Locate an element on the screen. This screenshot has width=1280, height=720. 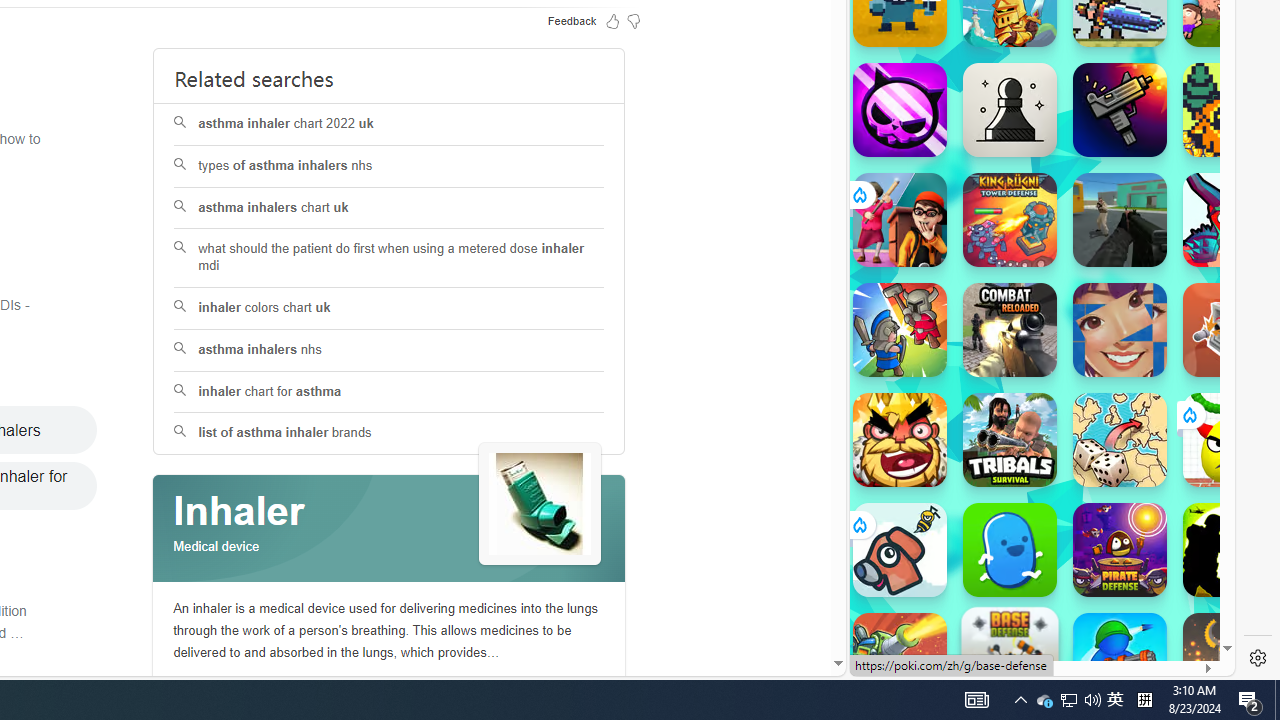
'War Master' is located at coordinates (1120, 659).